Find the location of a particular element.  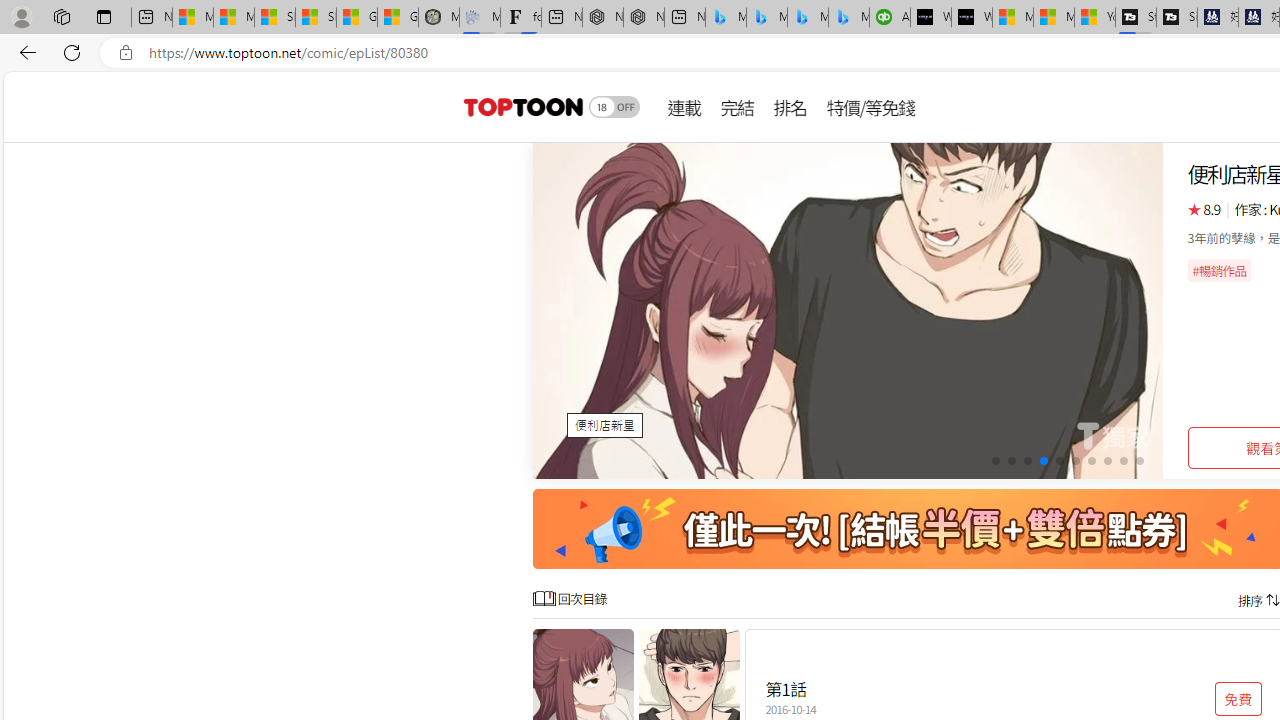

'Back' is located at coordinates (24, 51).